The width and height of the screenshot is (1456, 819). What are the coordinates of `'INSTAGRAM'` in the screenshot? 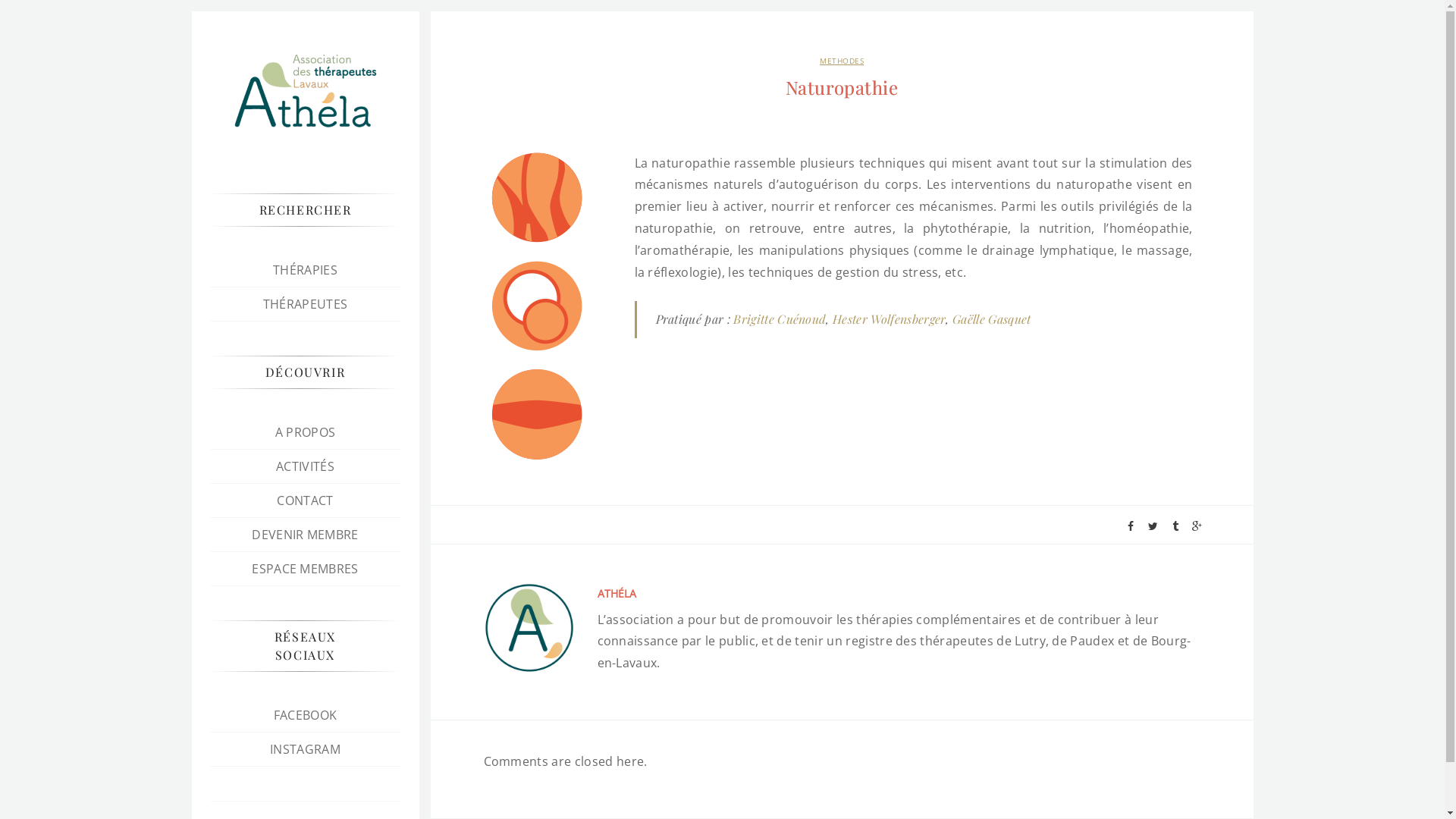 It's located at (304, 748).